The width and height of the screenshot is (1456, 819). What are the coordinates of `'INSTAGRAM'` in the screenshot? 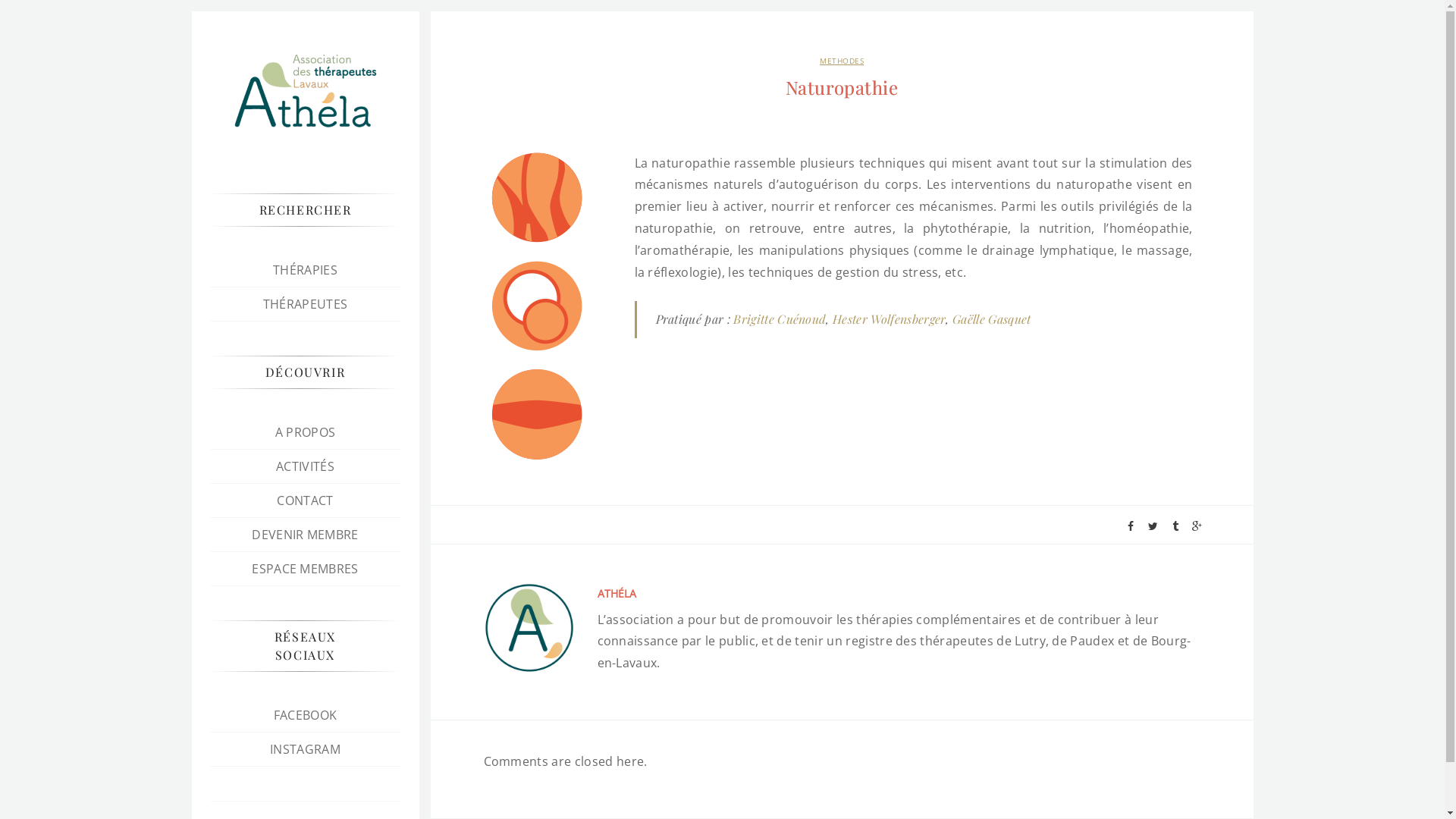 It's located at (304, 748).